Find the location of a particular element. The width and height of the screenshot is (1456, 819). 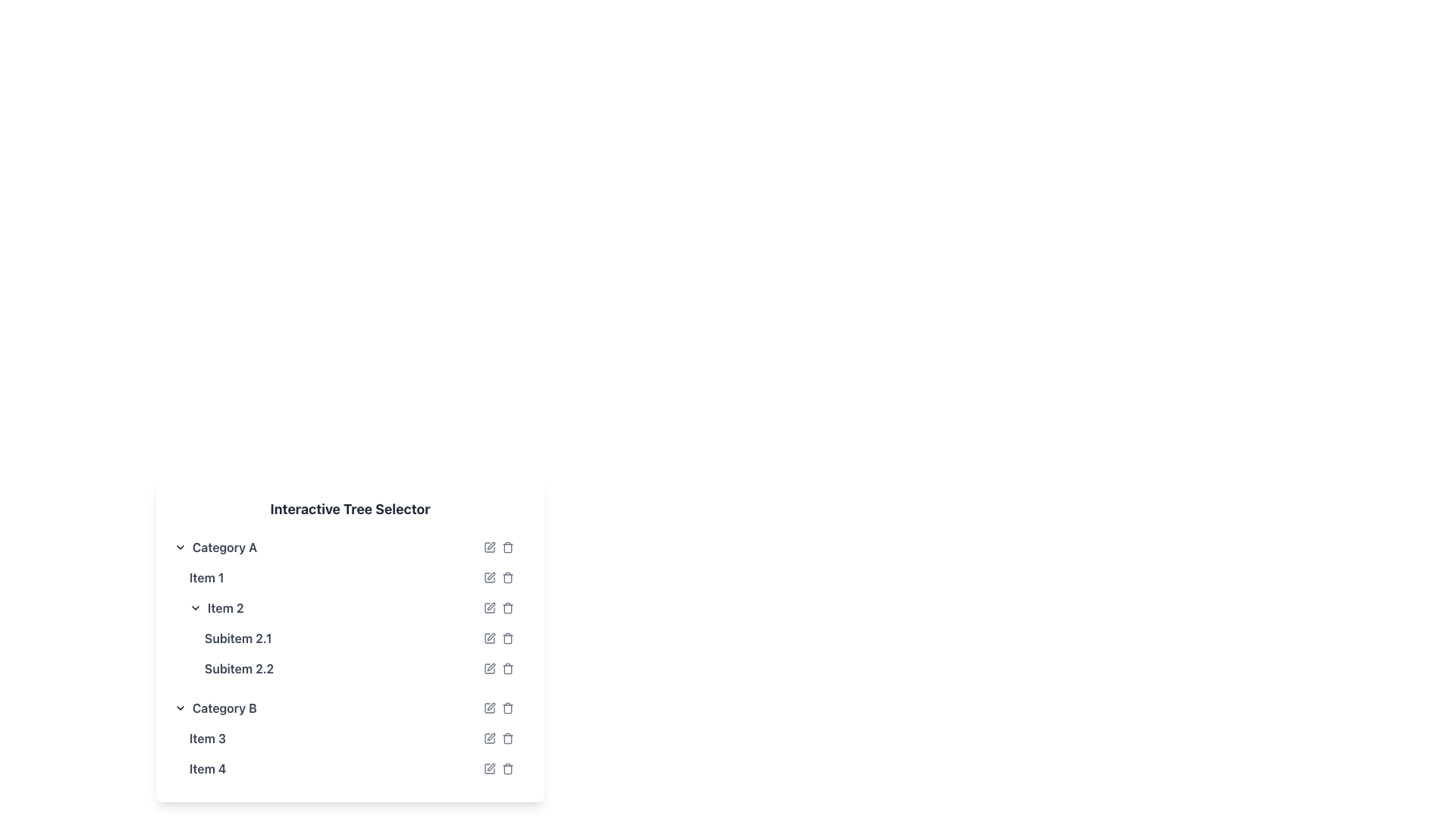

the trash bin icon, which is the fourth icon in a row of control icons next to the label 'Category A' is located at coordinates (508, 547).